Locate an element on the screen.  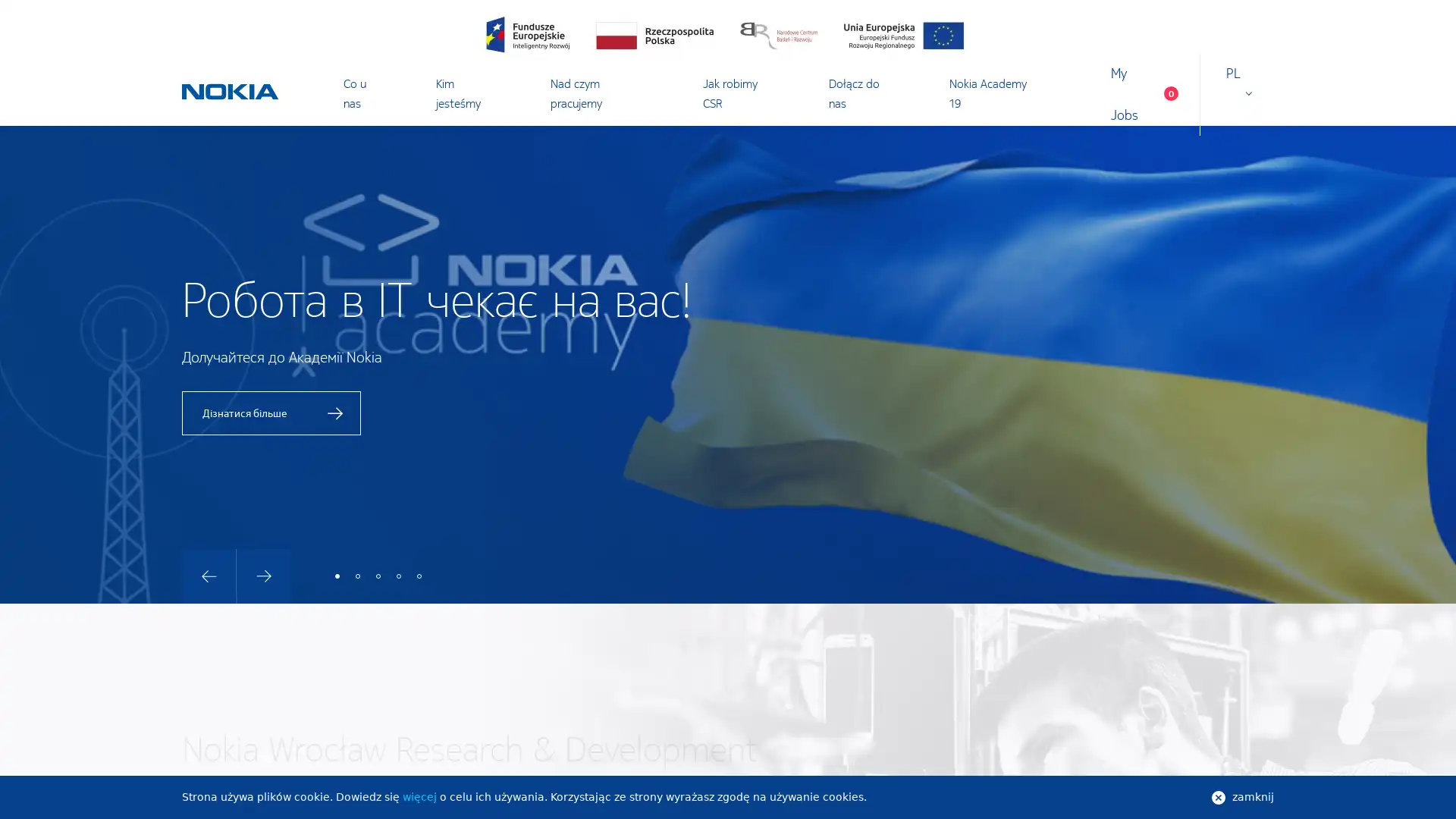
Next slide is located at coordinates (264, 576).